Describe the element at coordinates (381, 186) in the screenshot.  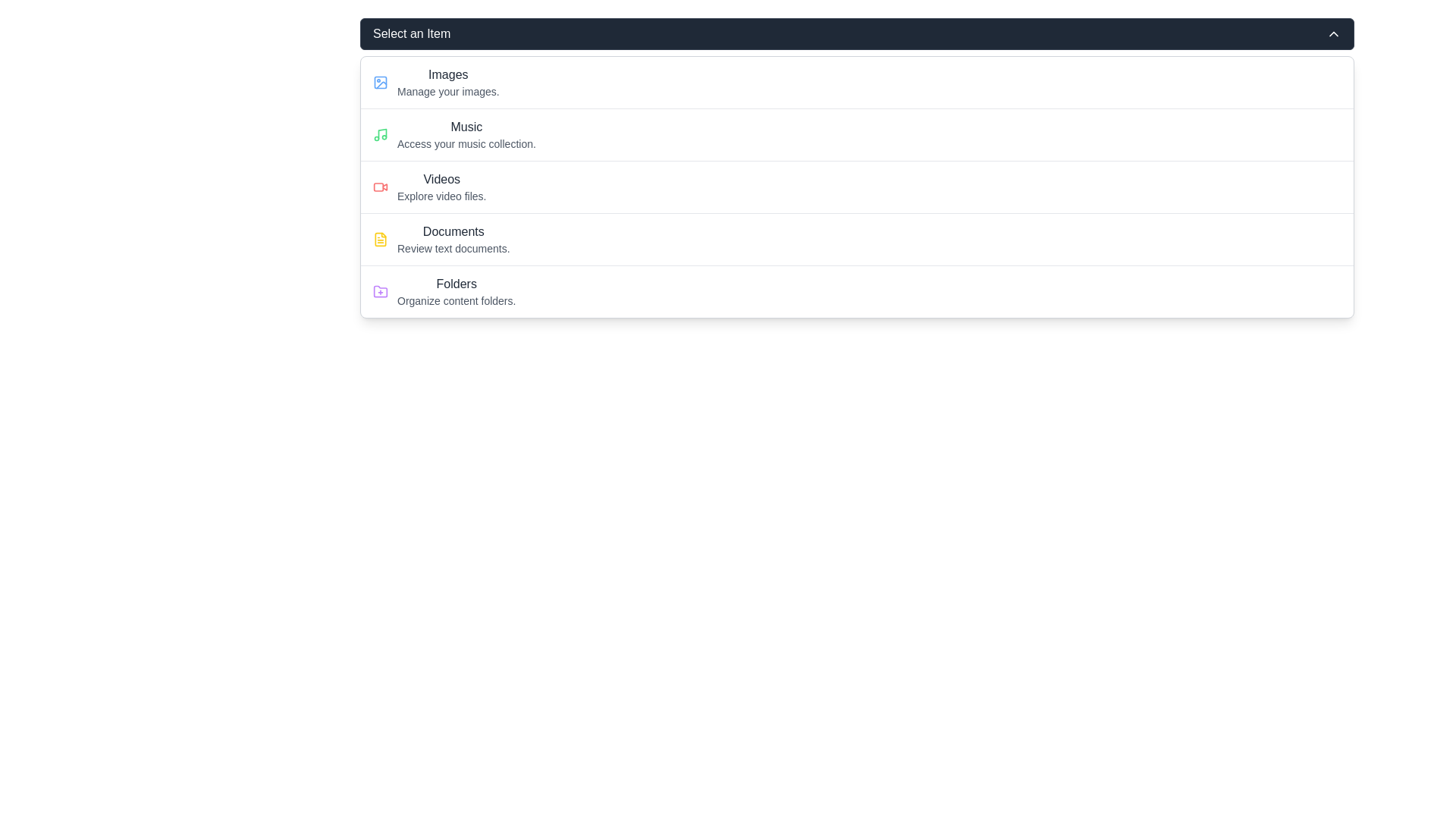
I see `the red video camera icon, which is part of the 'Videos' menu option, located to the left of the 'Videos' text label` at that location.